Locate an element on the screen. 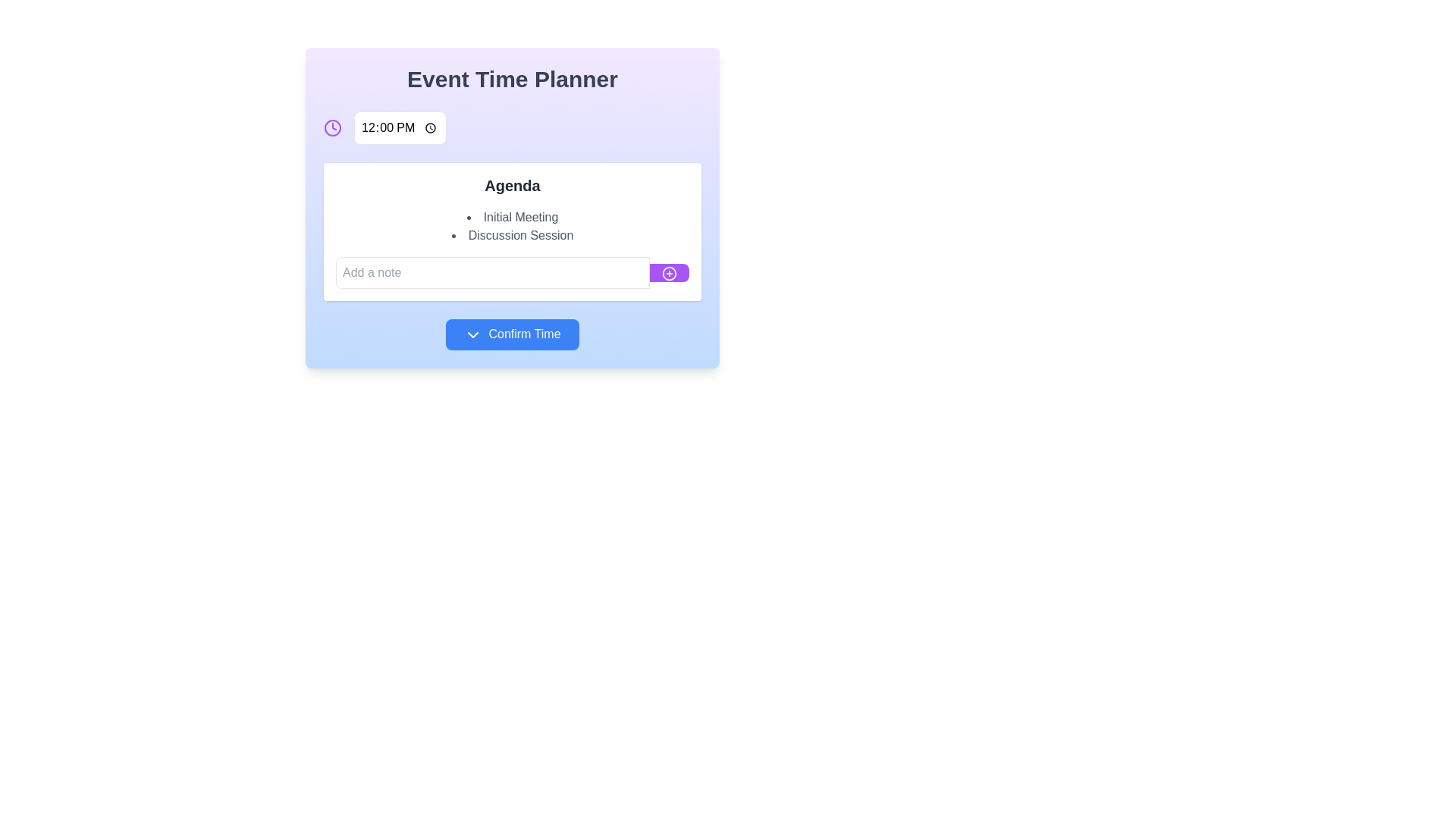 The image size is (1456, 819). the first agenda item label in the bulleted list, which is located below the 'Agenda' heading and above the 'Discussion Session' is located at coordinates (513, 217).